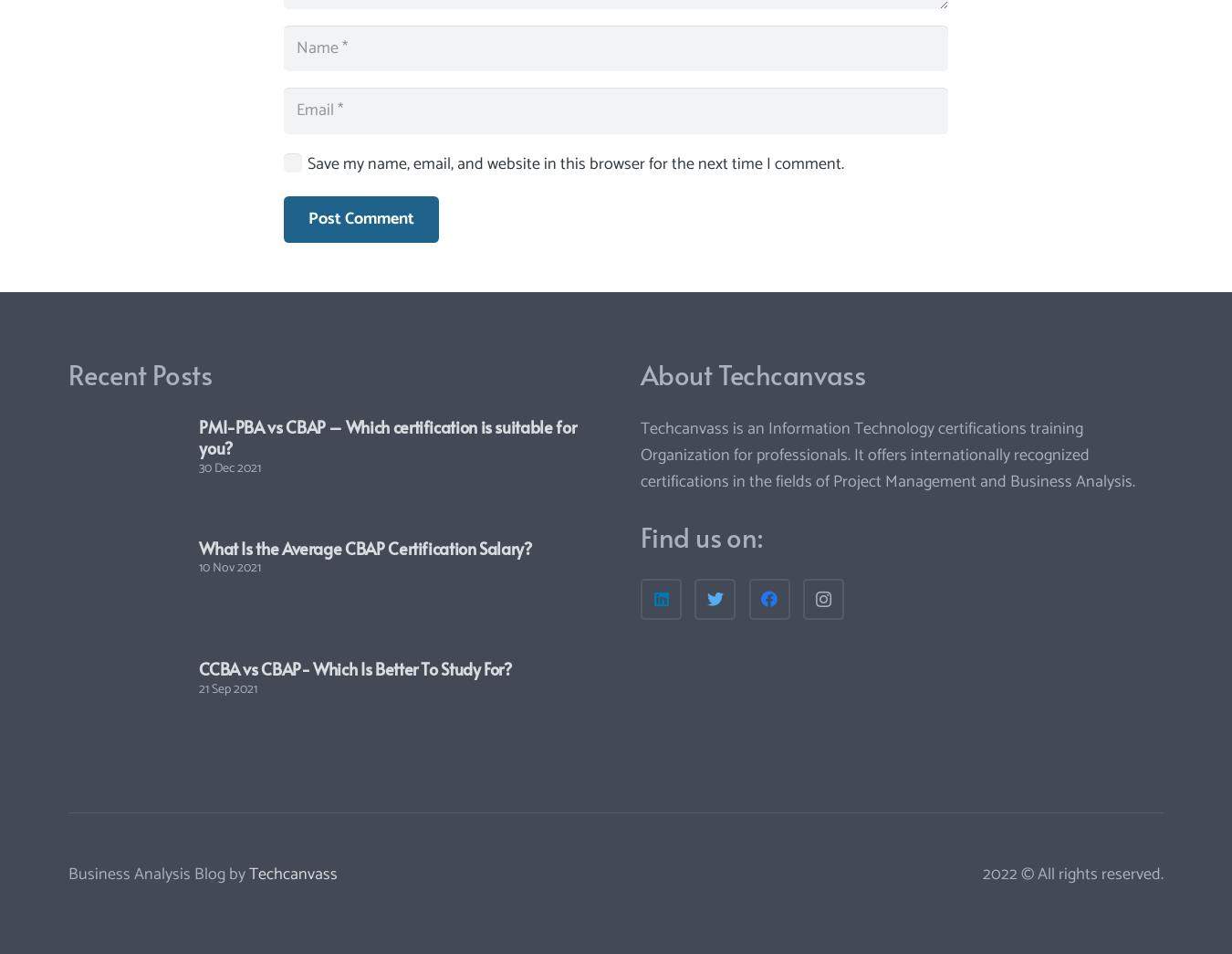  Describe the element at coordinates (739, 529) in the screenshot. I see `'Facebook'` at that location.